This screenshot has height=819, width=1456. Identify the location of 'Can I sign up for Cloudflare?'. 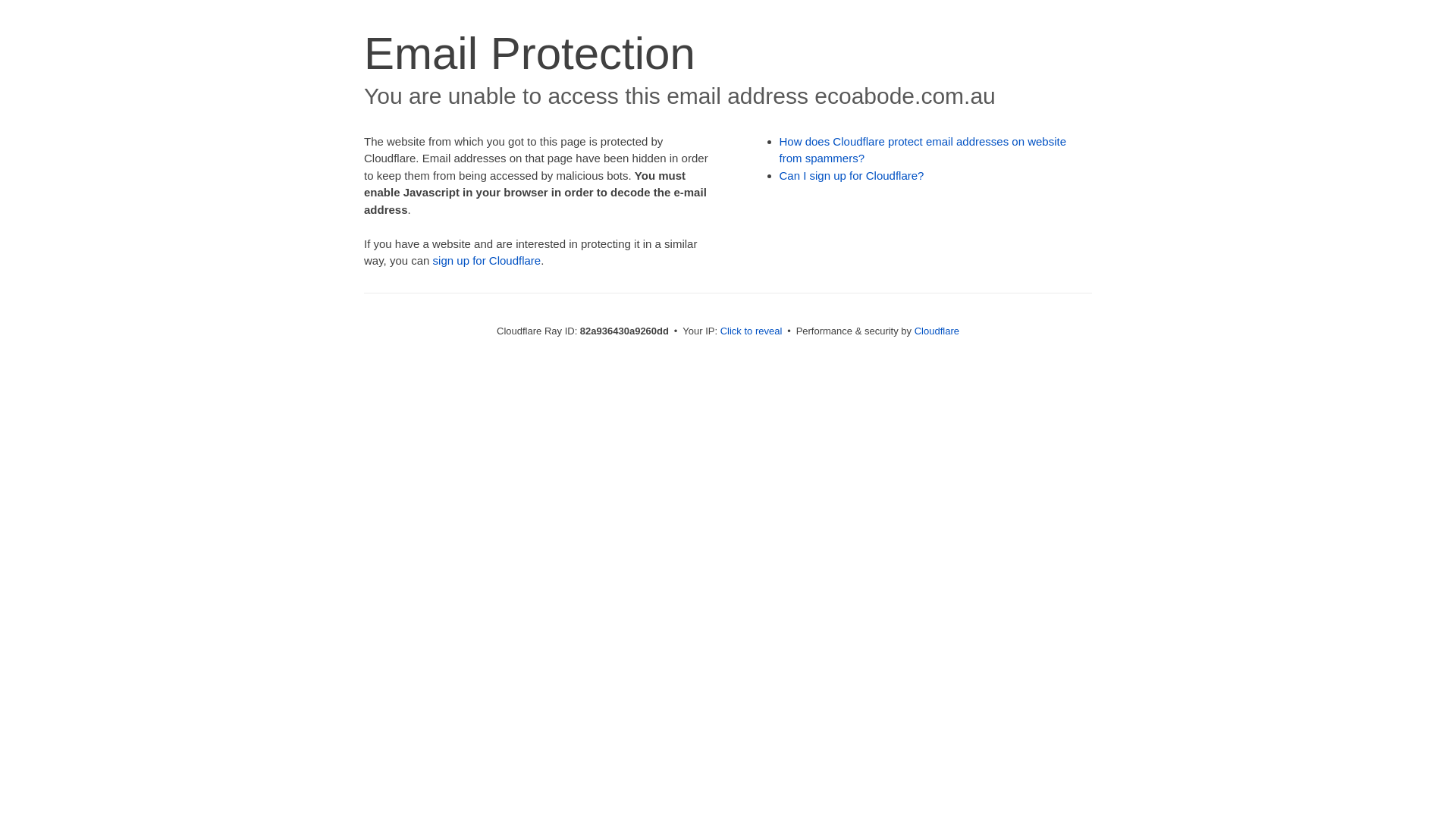
(852, 174).